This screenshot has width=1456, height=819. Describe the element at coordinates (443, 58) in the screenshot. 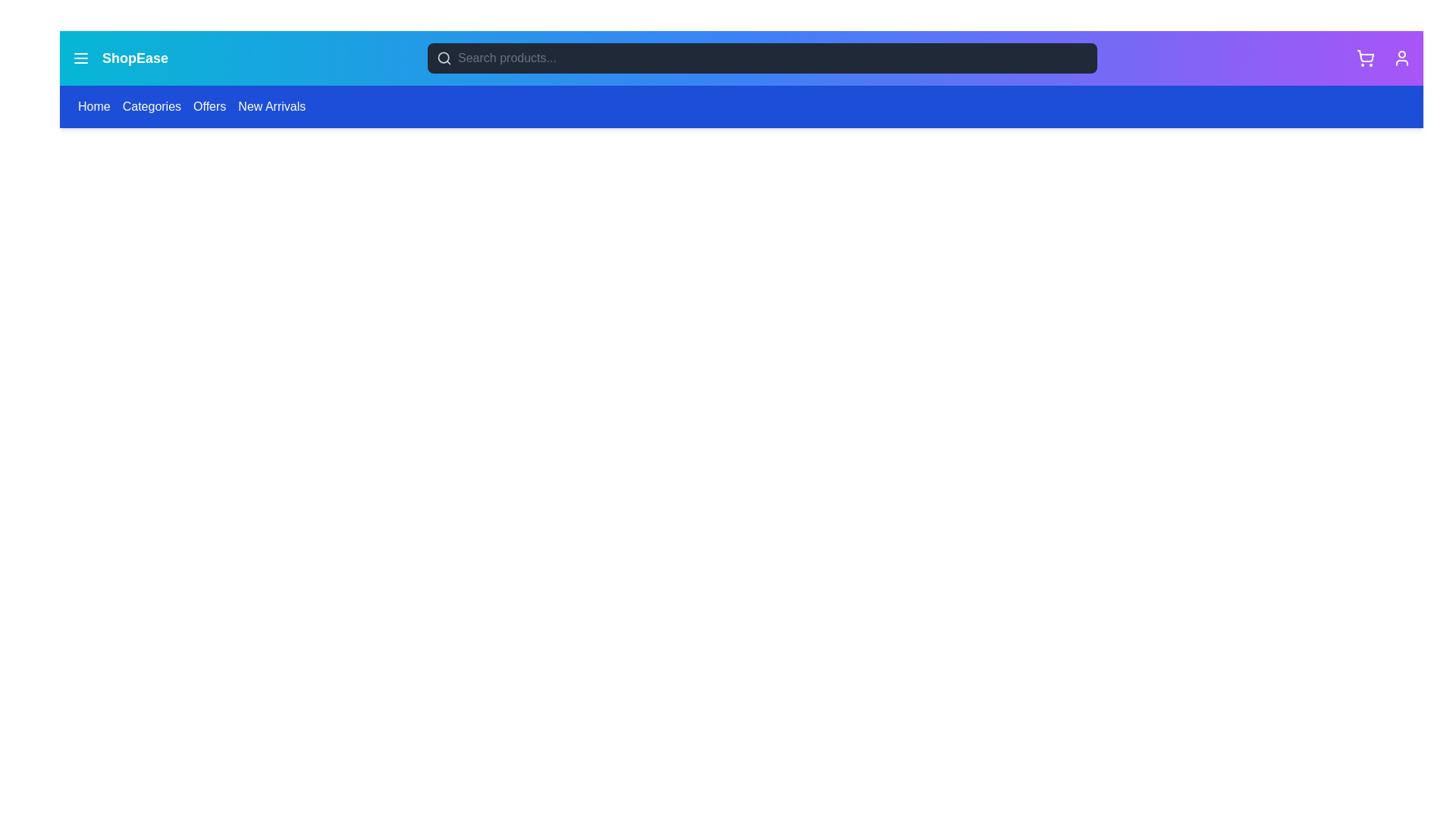

I see `the magnifying glass icon representing search functionality, which is positioned inside a black input field on the left side, styled in light gray` at that location.